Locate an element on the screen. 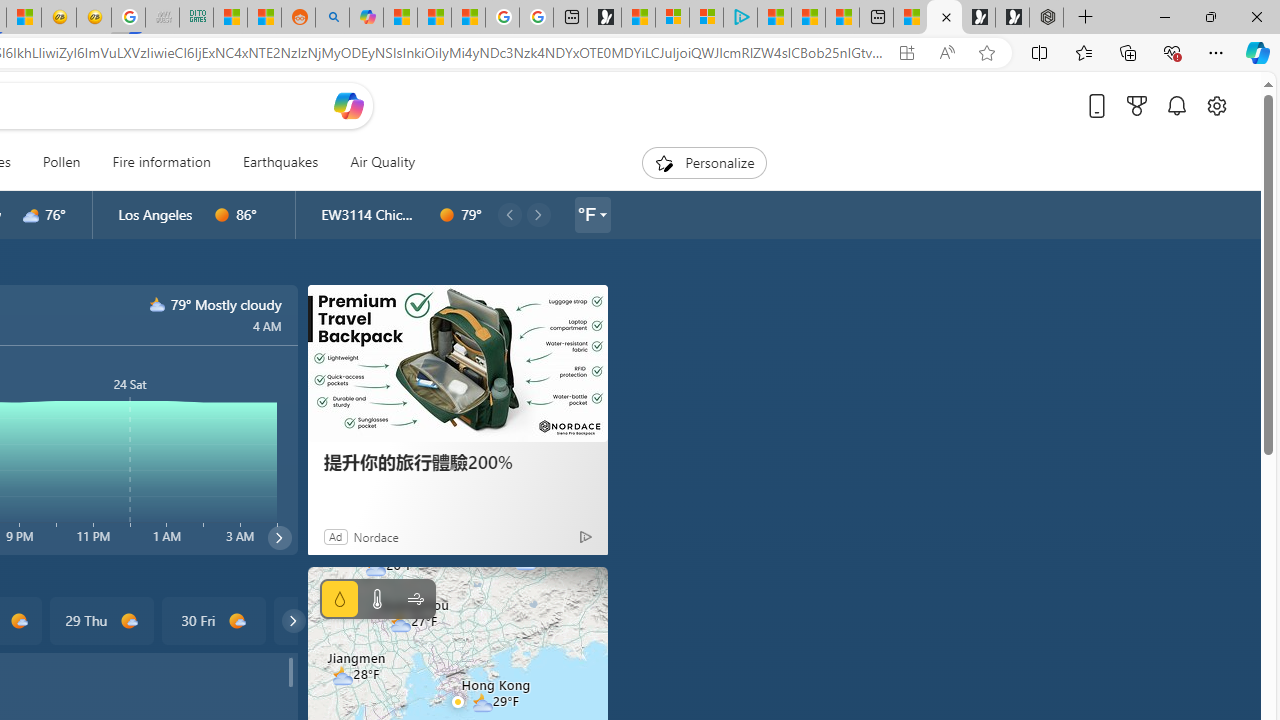 Image resolution: width=1280 pixels, height=720 pixels. 'Microsoft Copilot in Bing' is located at coordinates (366, 17).